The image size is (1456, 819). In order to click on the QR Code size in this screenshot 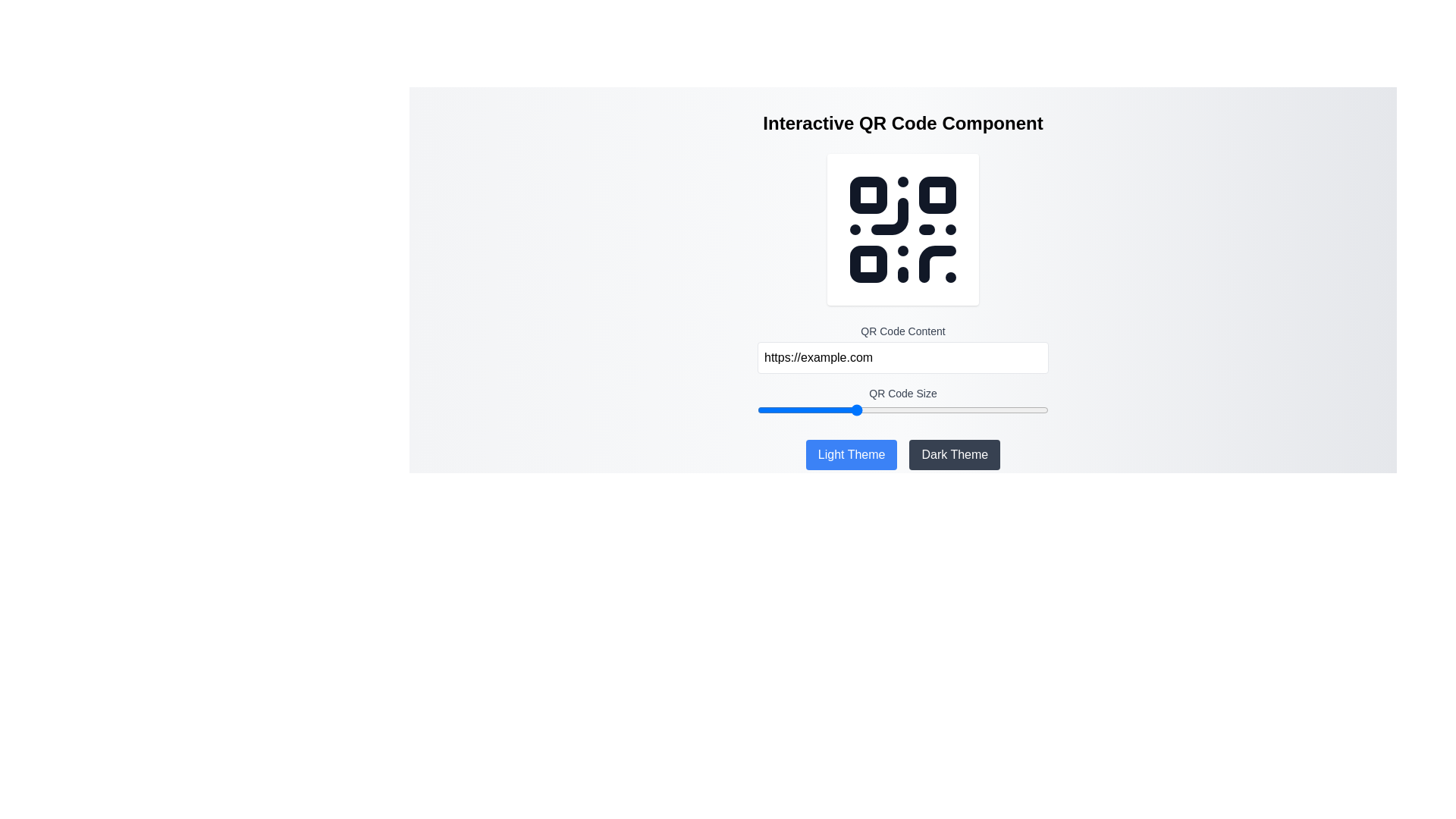, I will do `click(964, 409)`.